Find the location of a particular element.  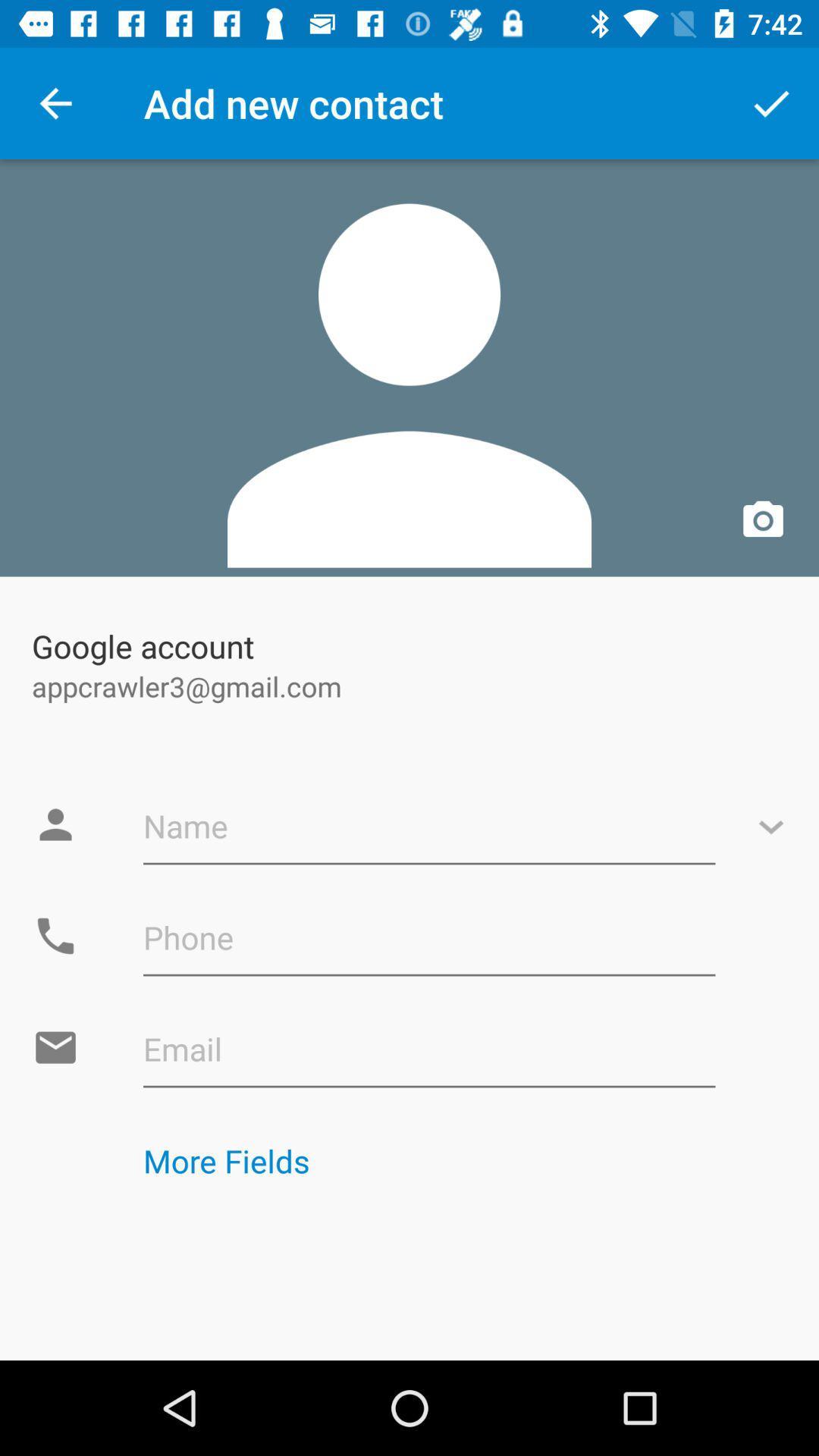

item at the top right corner is located at coordinates (771, 102).